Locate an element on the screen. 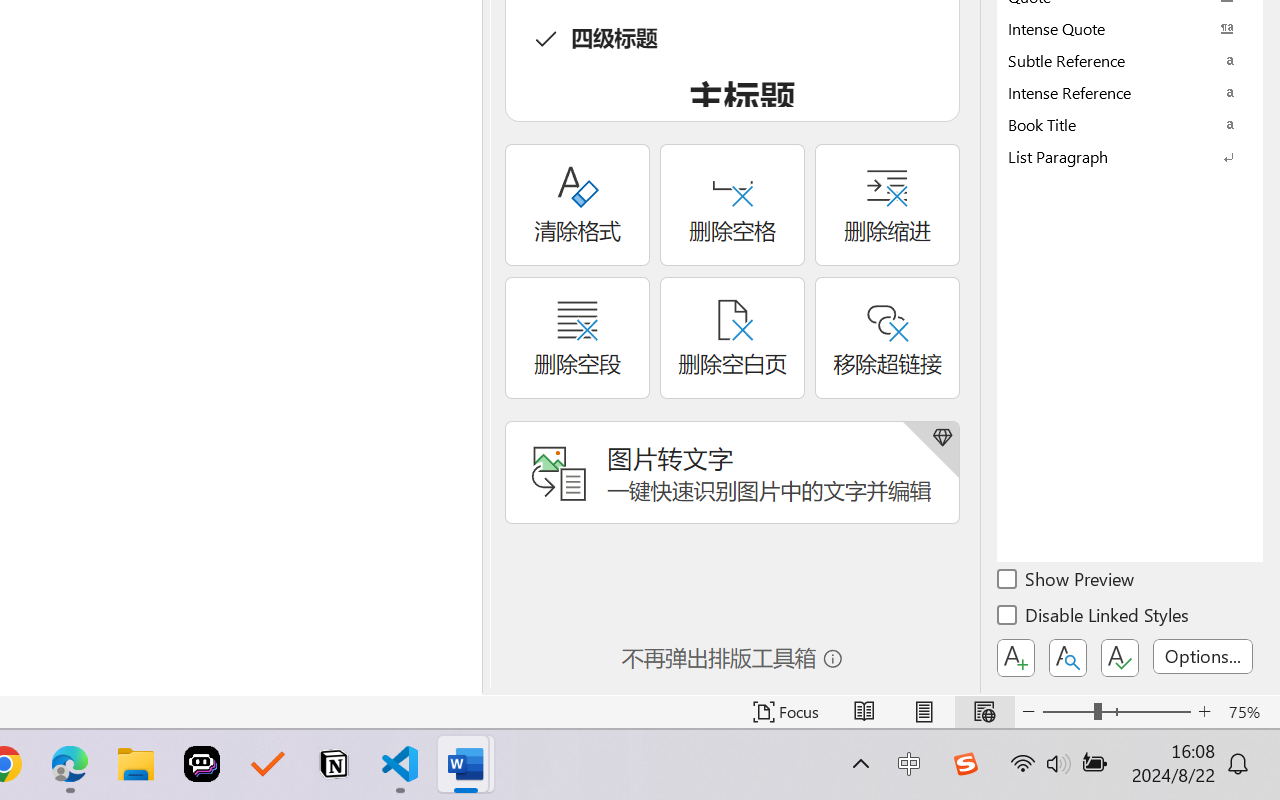  'Show Preview' is located at coordinates (1066, 581).